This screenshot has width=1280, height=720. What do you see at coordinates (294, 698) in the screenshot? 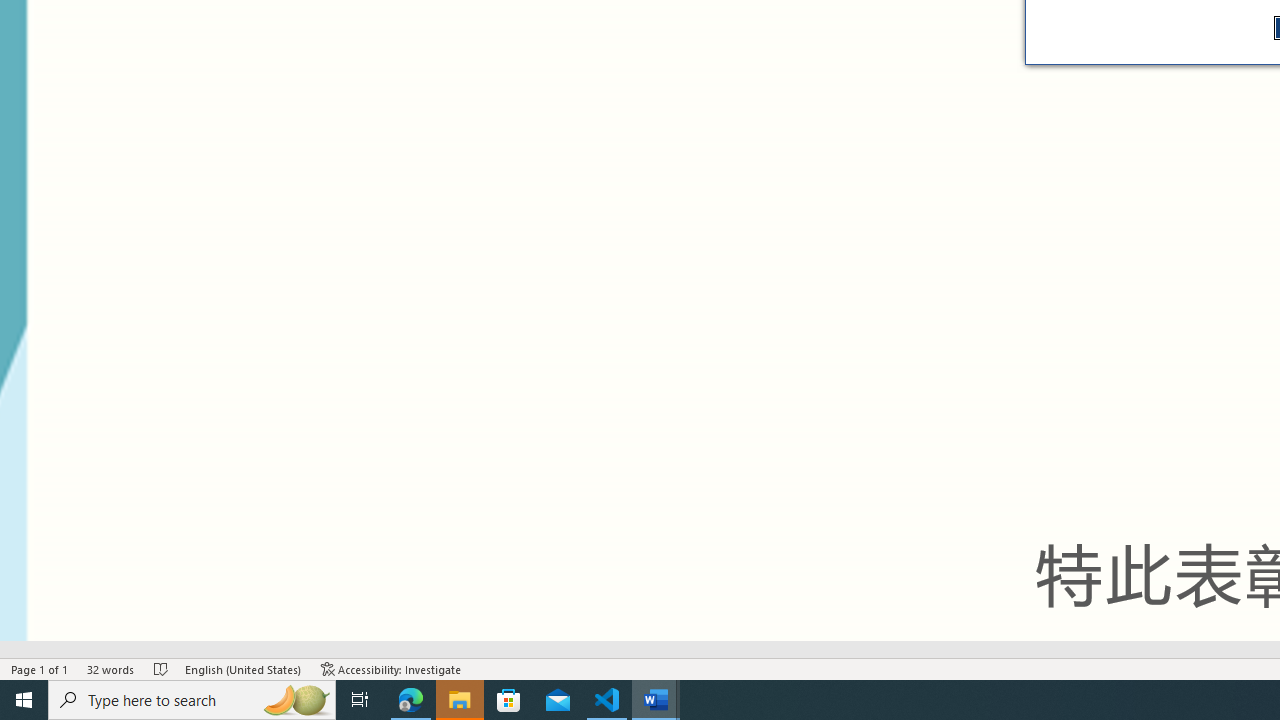
I see `'Search highlights icon opens search home window'` at bounding box center [294, 698].